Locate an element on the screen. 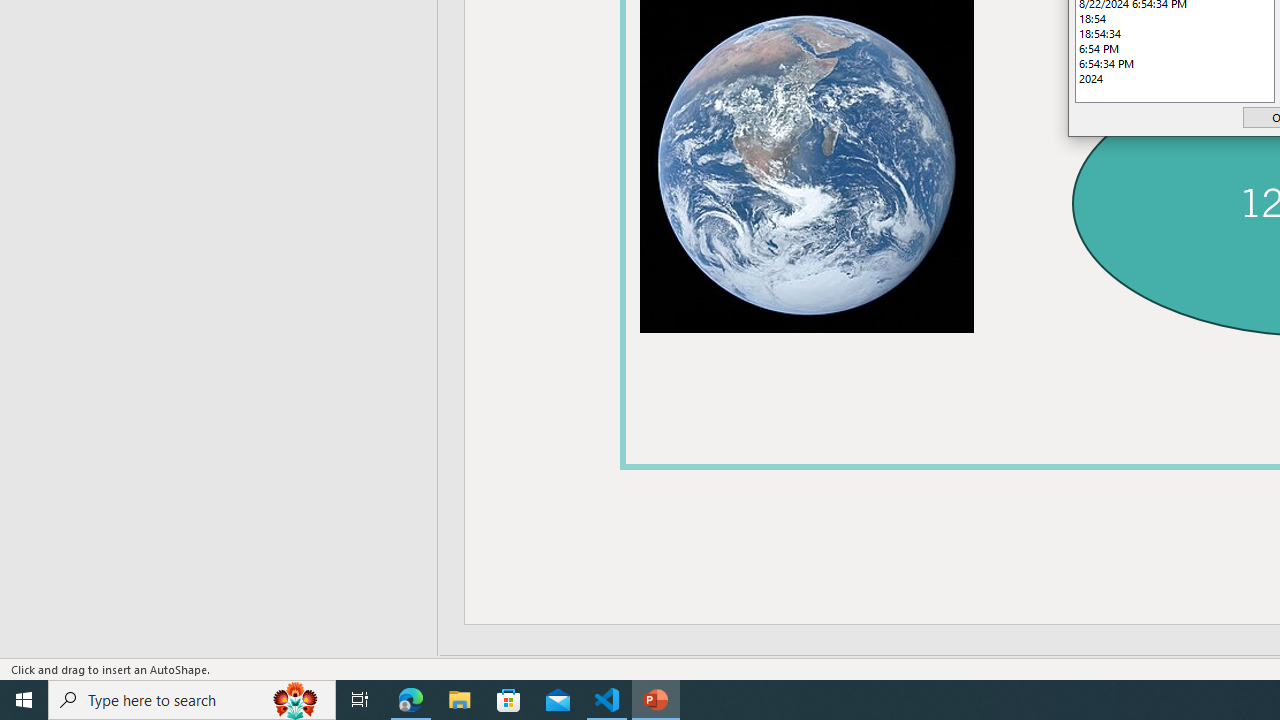 The width and height of the screenshot is (1280, 720). '18:54' is located at coordinates (1175, 18).